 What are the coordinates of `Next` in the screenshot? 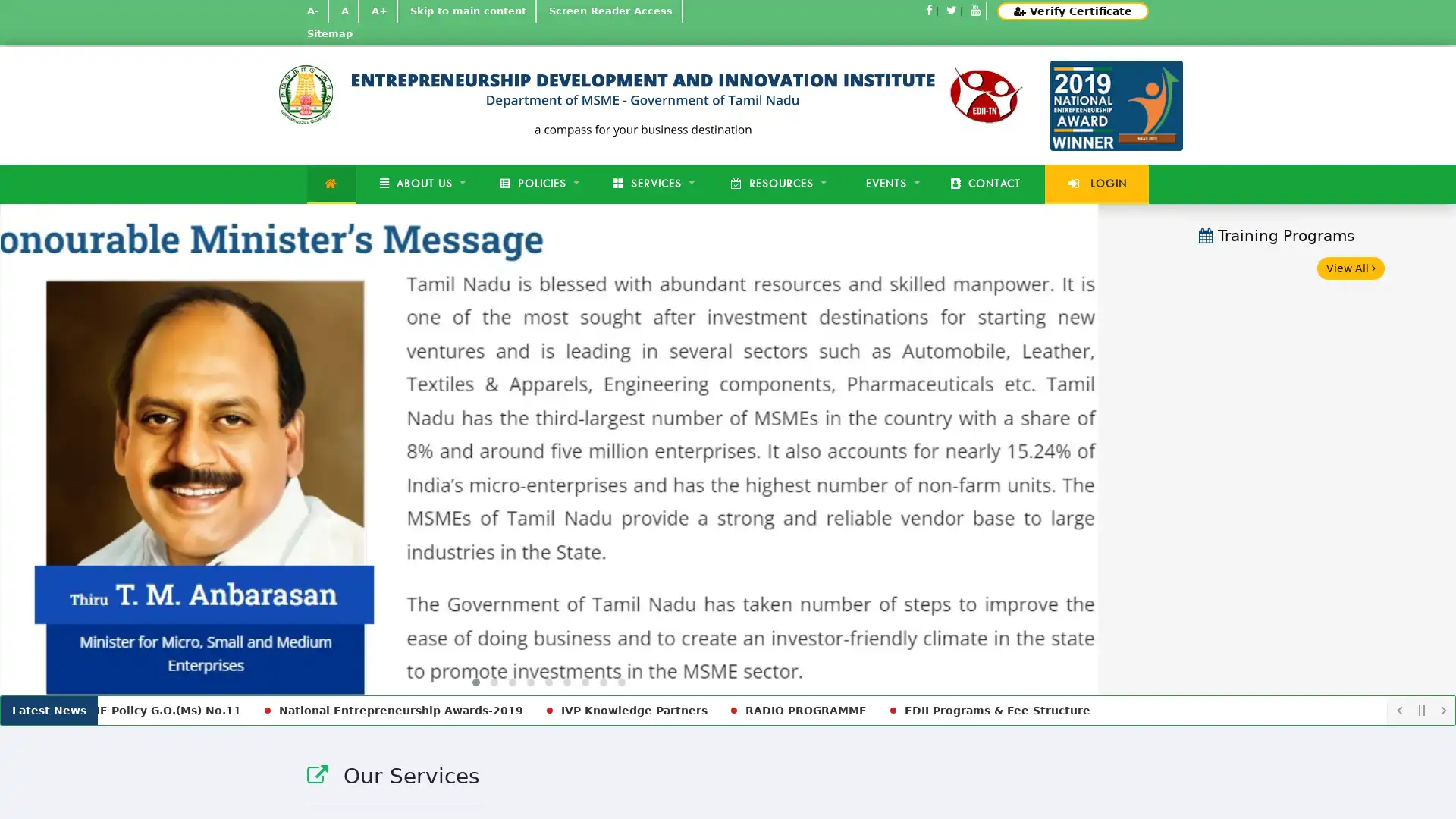 It's located at (1065, 433).